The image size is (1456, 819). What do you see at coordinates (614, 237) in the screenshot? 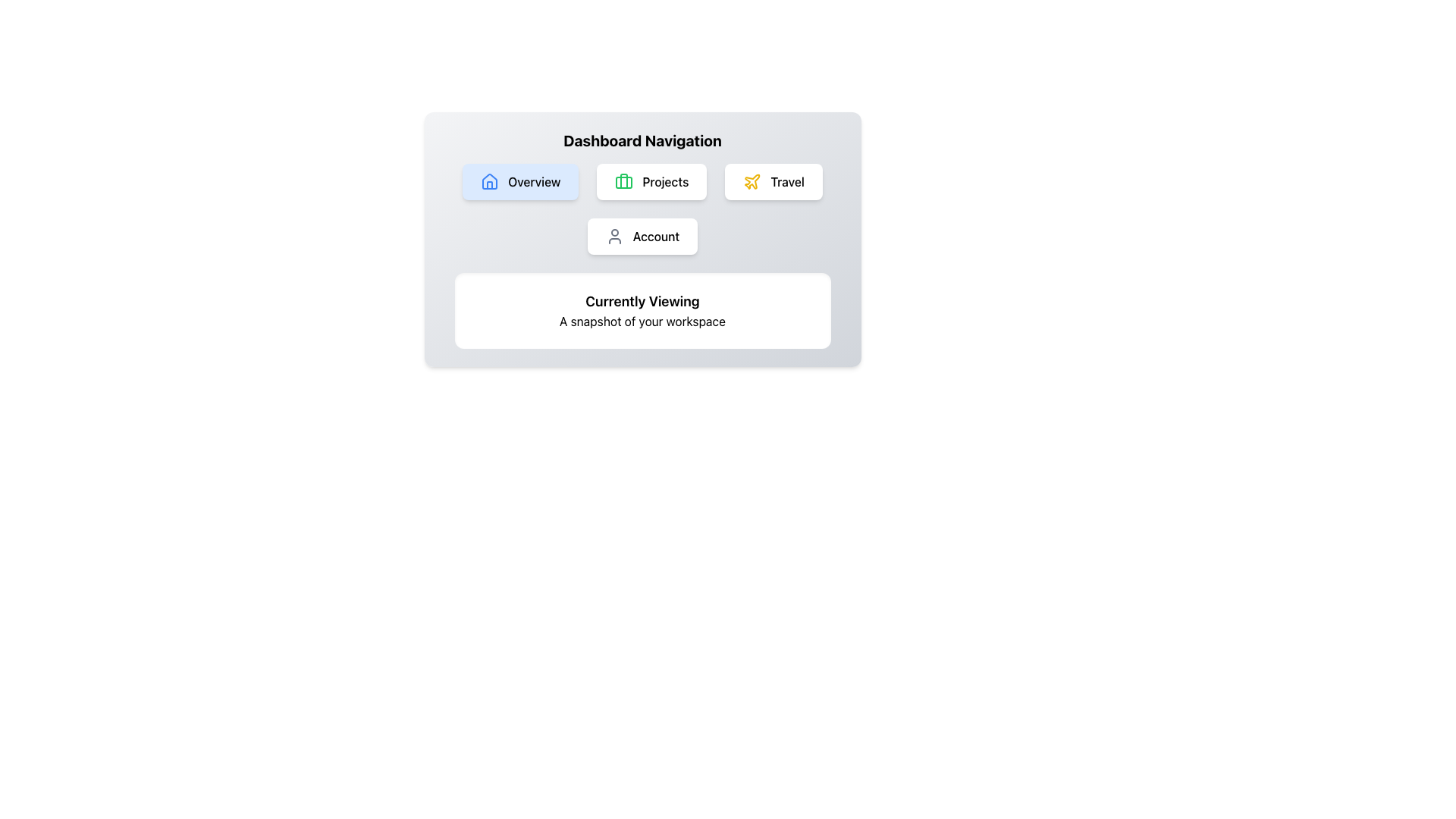
I see `the 'Account' button which contains a minimalistic gray user icon on the left side of the button labeled 'Account'` at bounding box center [614, 237].